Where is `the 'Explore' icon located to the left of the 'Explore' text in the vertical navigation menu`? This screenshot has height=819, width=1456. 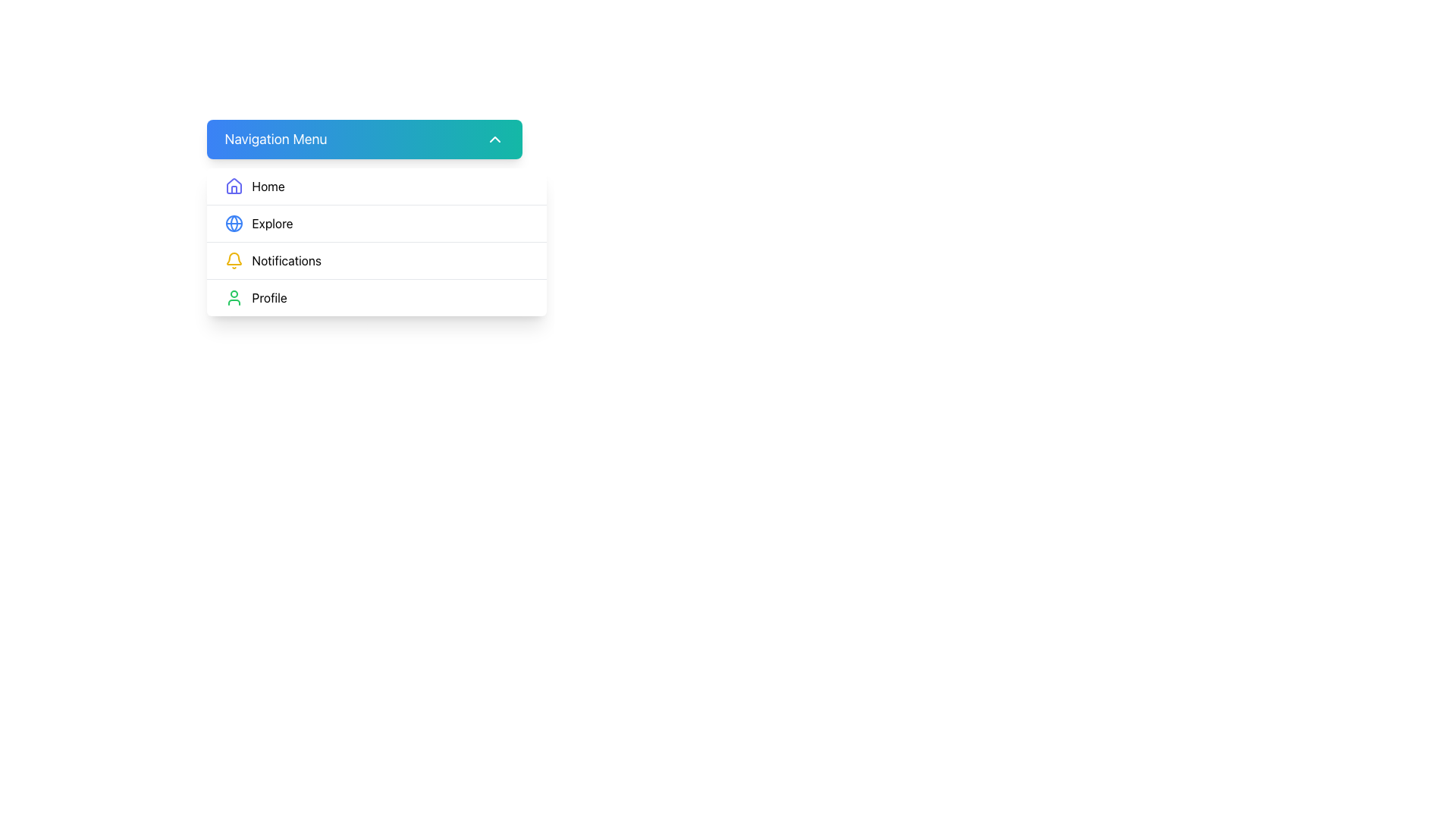 the 'Explore' icon located to the left of the 'Explore' text in the vertical navigation menu is located at coordinates (233, 223).